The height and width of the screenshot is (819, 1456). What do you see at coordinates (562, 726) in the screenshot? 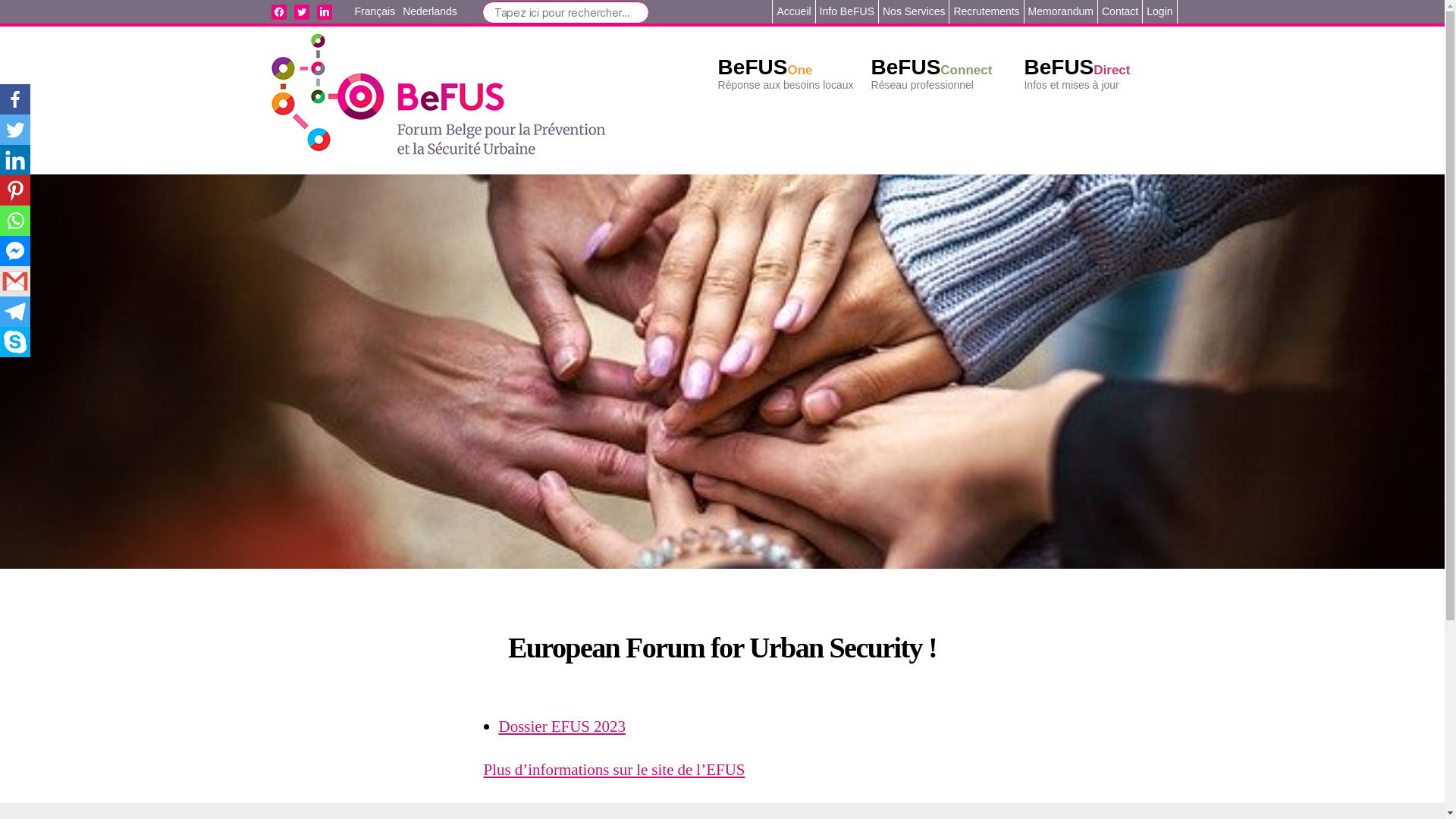
I see `'Dossier EFUS 2023'` at bounding box center [562, 726].